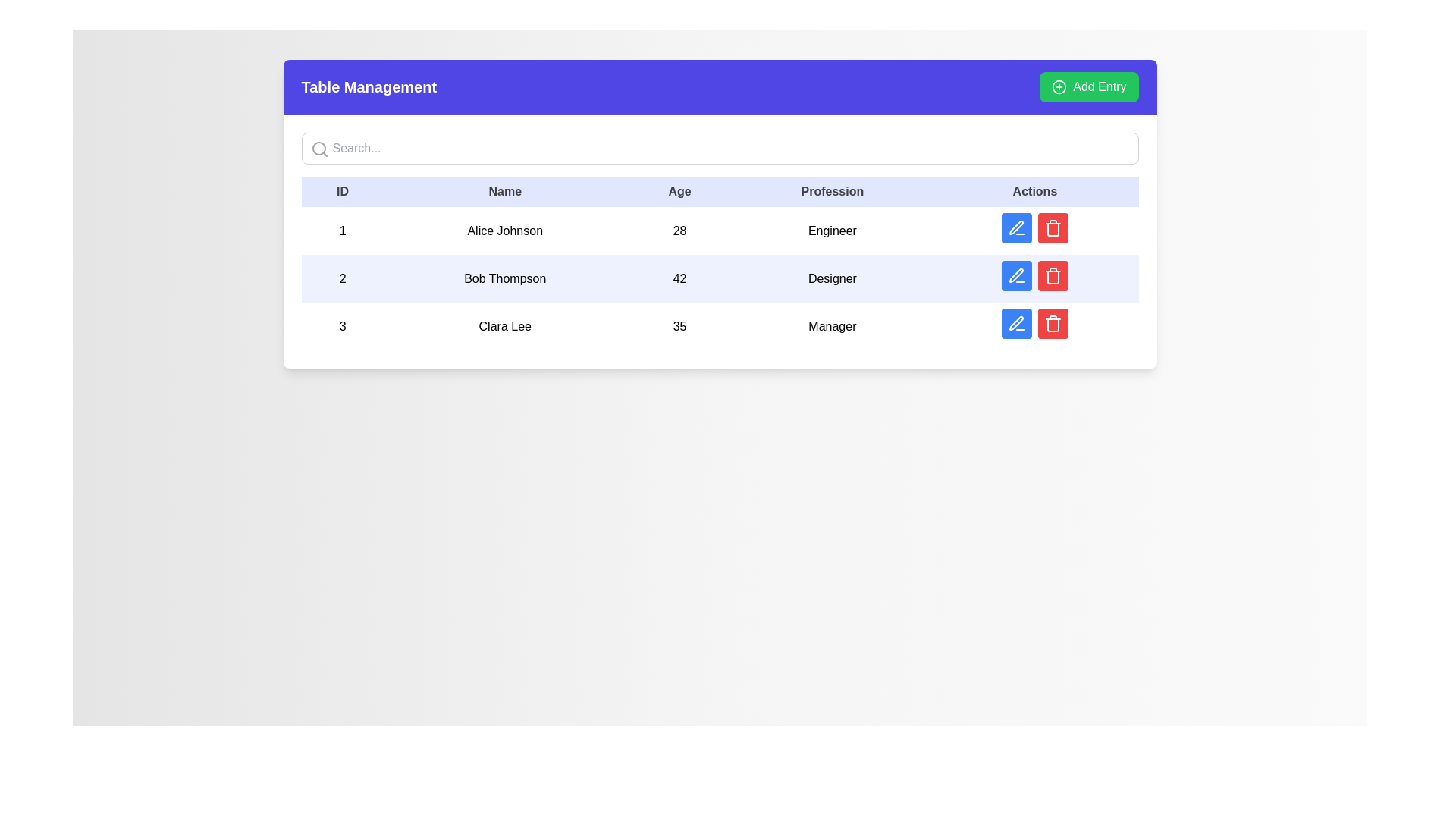 The height and width of the screenshot is (819, 1456). What do you see at coordinates (1034, 323) in the screenshot?
I see `the blue edit button in the Actions column for user Clara Lee, which is part of a horizontally-aligned group of buttons at the far-right section of the last row` at bounding box center [1034, 323].